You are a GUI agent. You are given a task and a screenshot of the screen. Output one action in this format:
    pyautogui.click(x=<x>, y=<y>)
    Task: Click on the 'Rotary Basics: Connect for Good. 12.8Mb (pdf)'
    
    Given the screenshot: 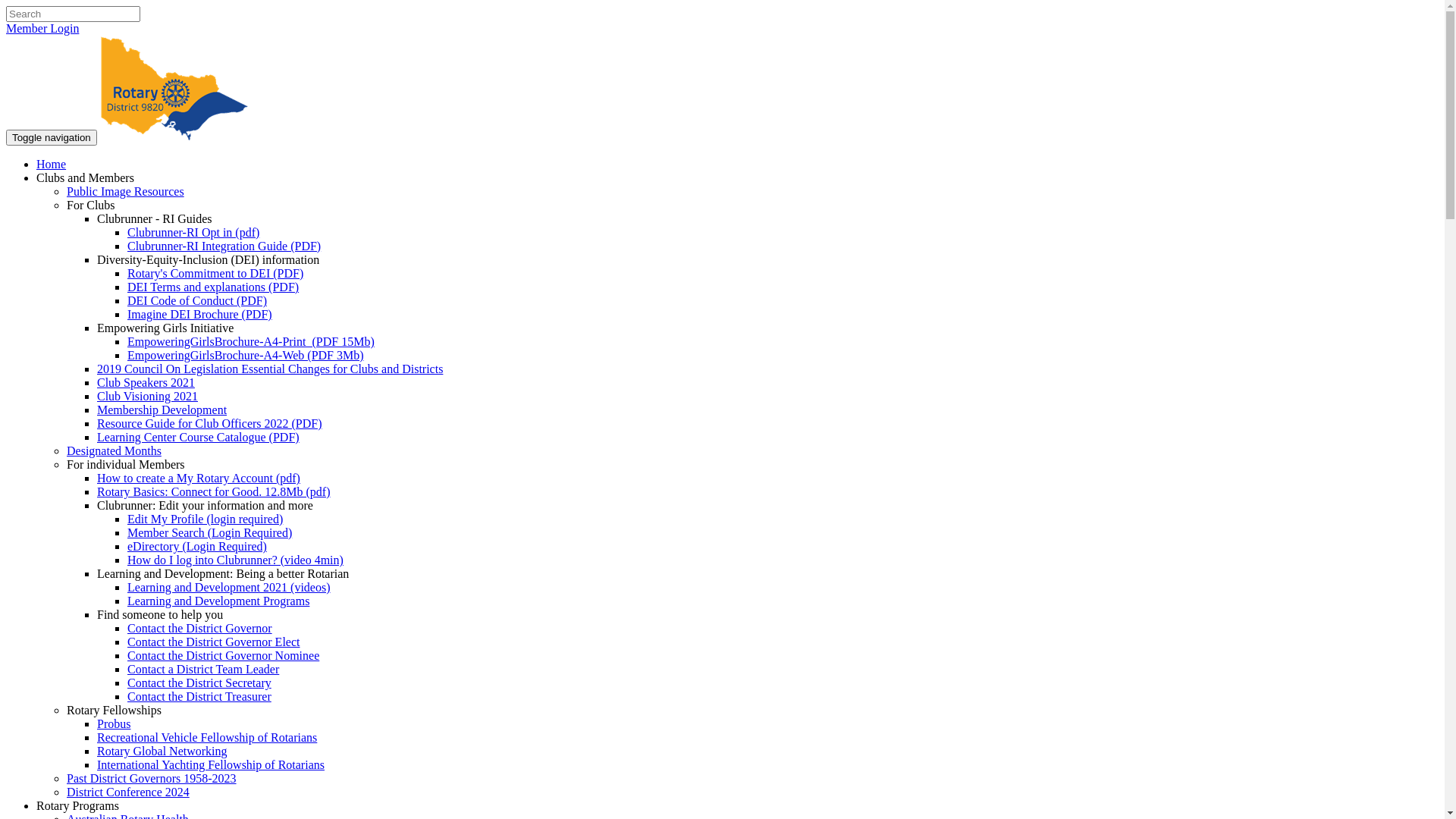 What is the action you would take?
    pyautogui.click(x=213, y=491)
    